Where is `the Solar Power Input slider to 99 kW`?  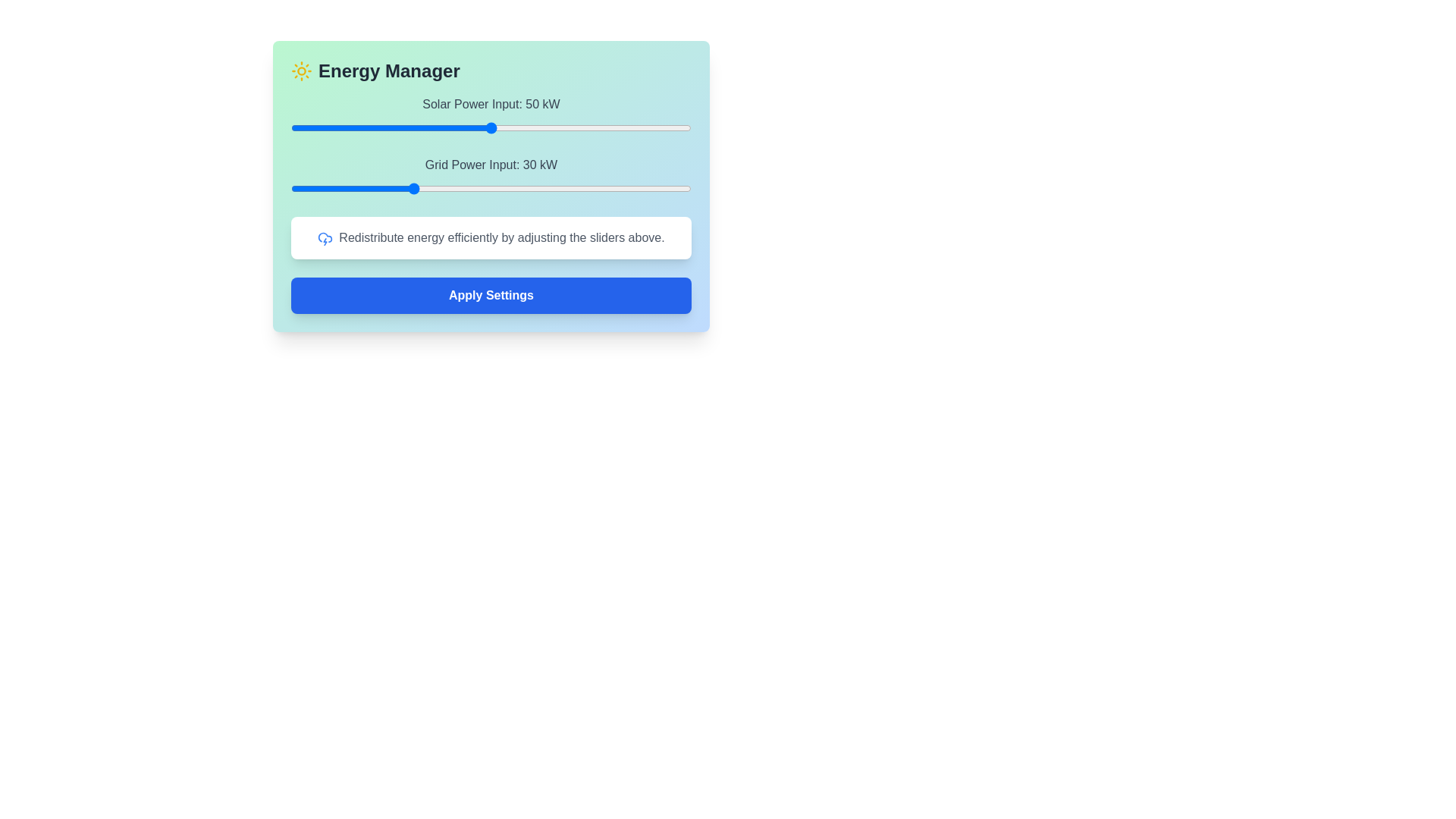
the Solar Power Input slider to 99 kW is located at coordinates (686, 127).